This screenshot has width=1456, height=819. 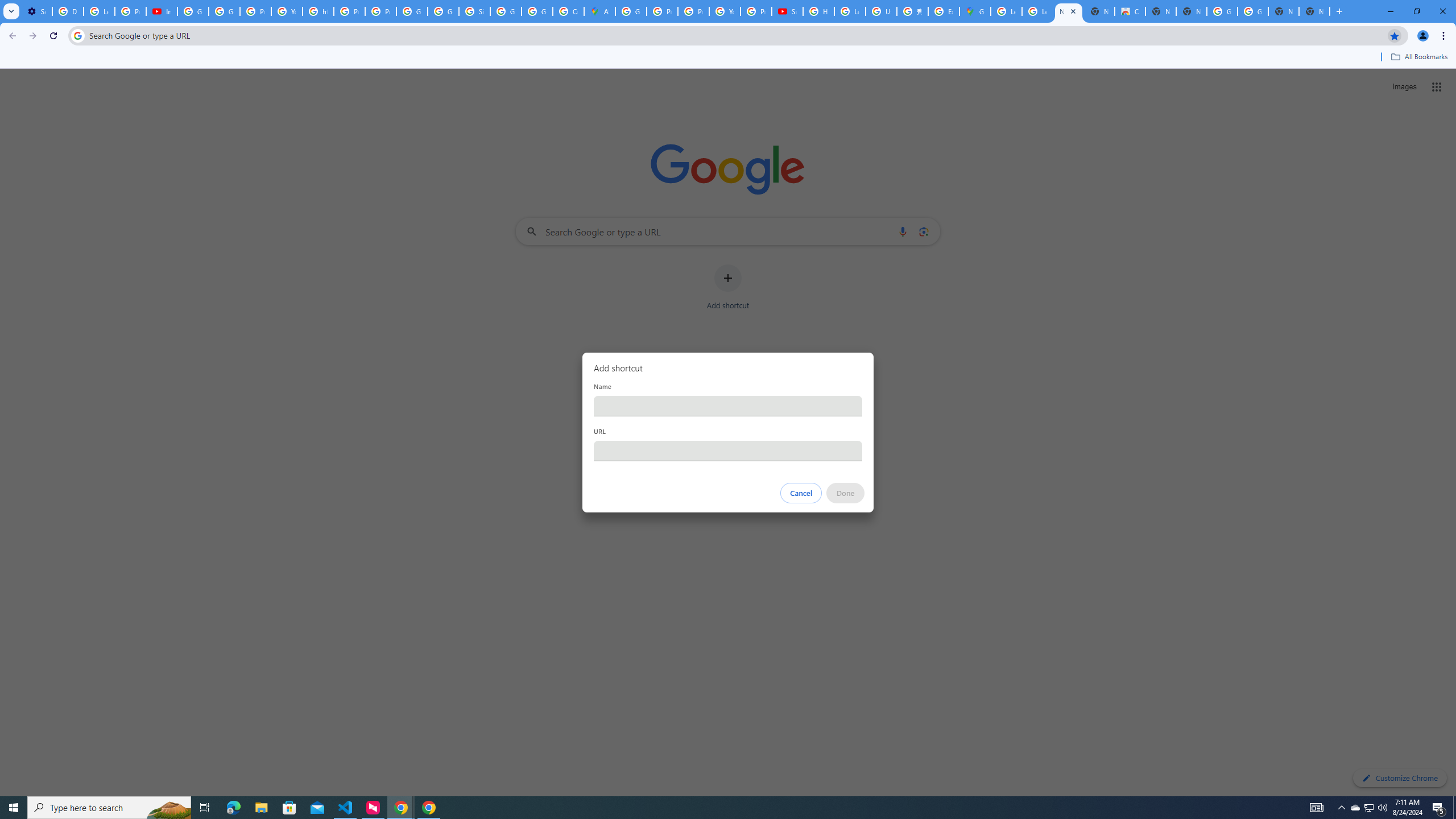 I want to click on 'YouTube', so click(x=724, y=11).